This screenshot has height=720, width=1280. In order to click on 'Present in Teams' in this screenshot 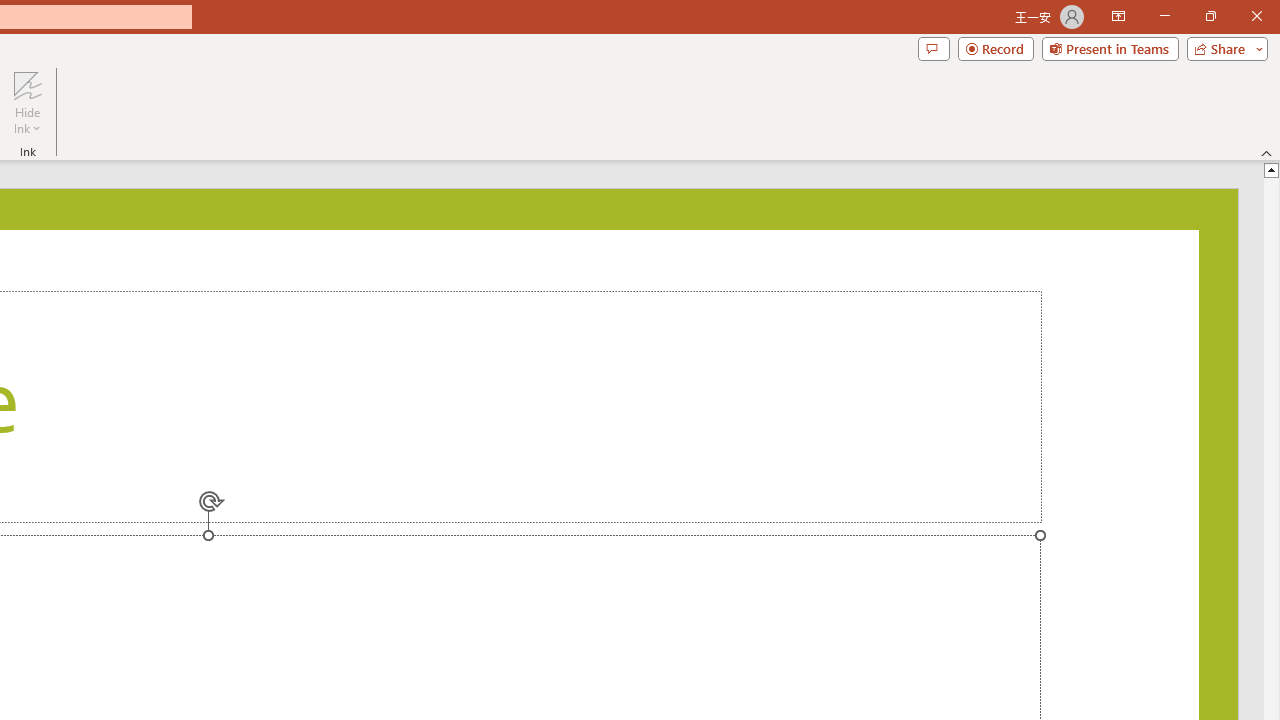, I will do `click(1109, 47)`.